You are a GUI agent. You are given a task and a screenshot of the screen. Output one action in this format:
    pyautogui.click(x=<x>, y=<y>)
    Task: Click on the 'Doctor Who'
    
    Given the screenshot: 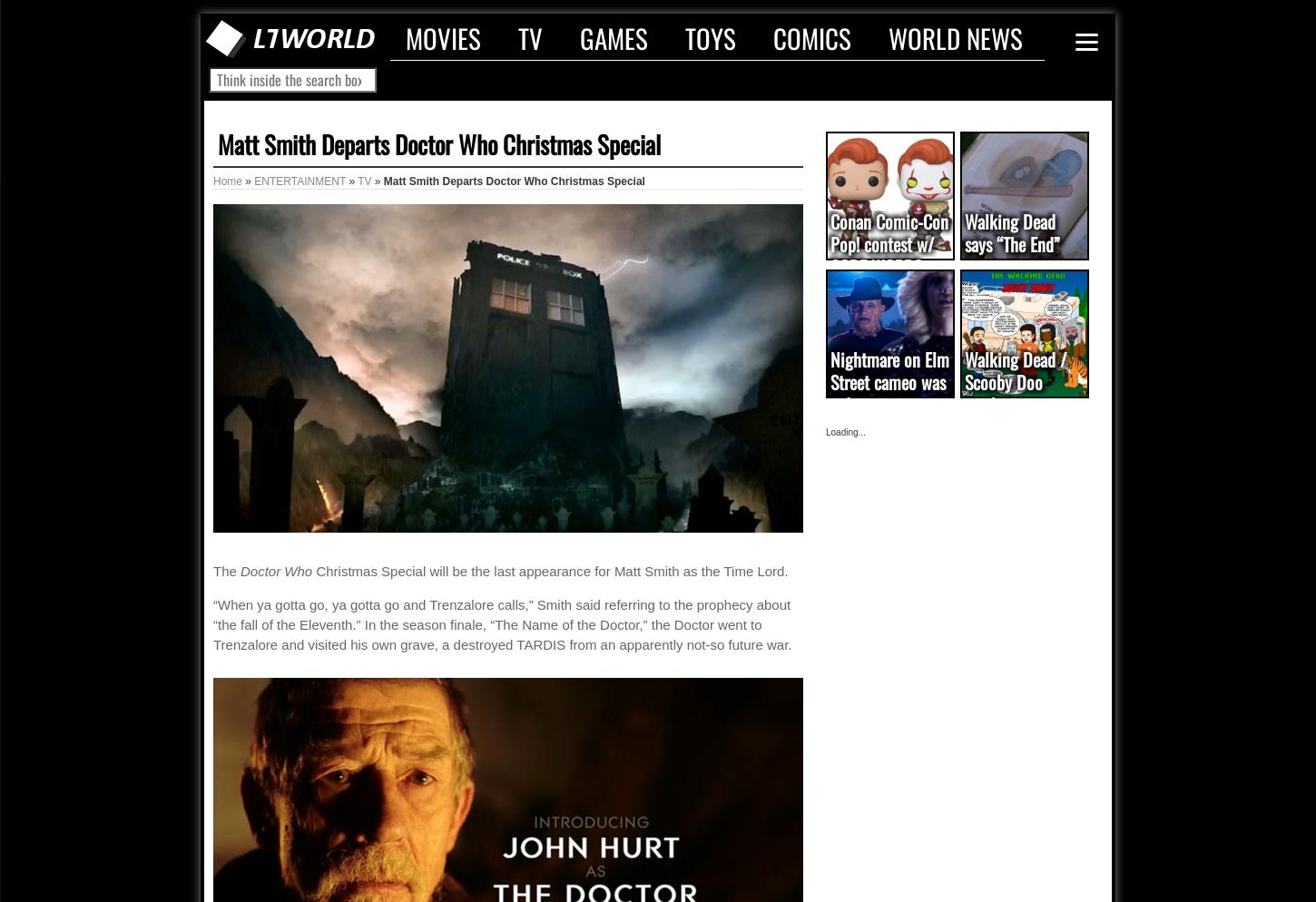 What is the action you would take?
    pyautogui.click(x=241, y=570)
    